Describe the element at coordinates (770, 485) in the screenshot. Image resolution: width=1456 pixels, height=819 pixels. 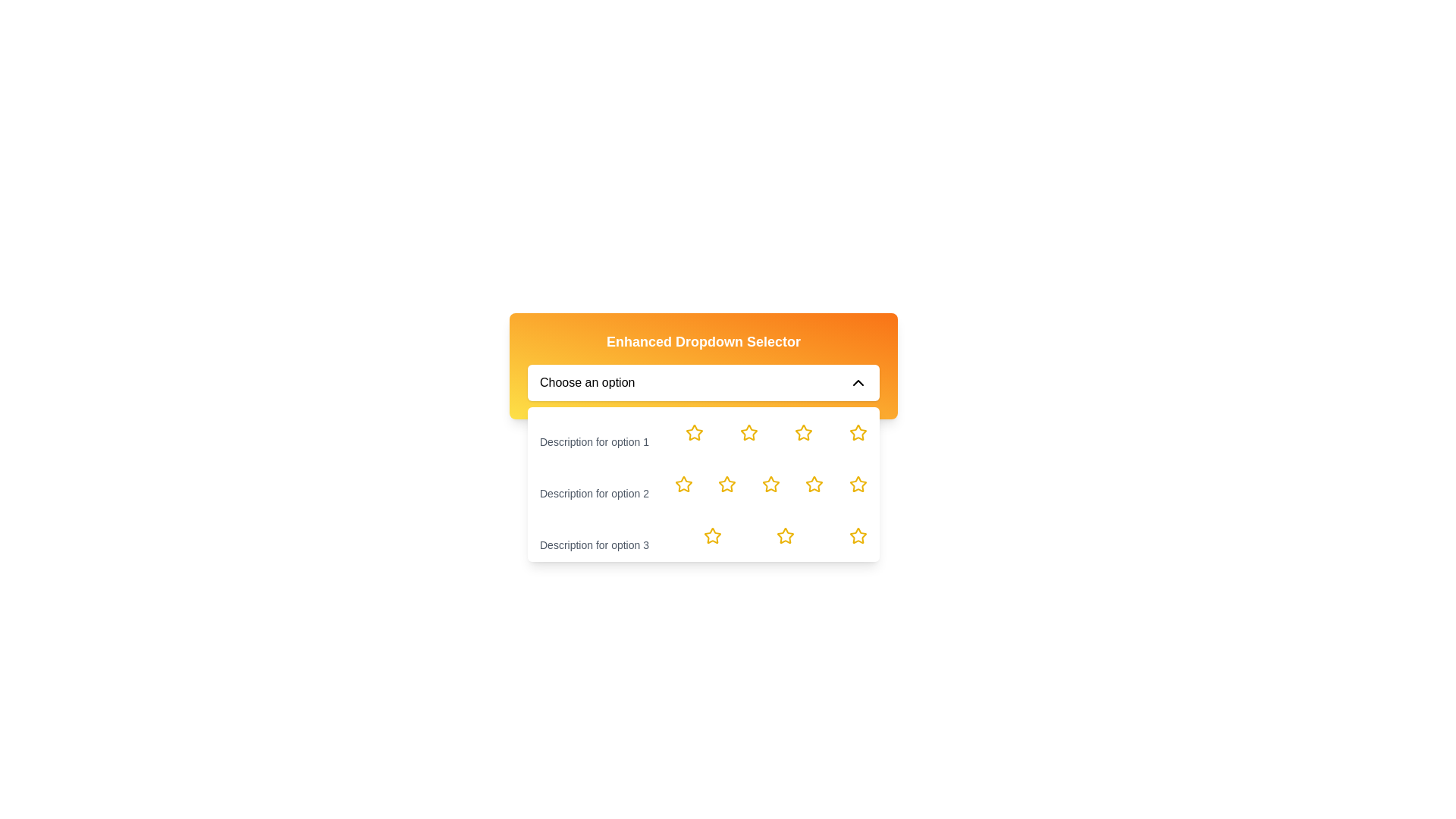
I see `from the fourth star in the second row of the rating stars` at that location.